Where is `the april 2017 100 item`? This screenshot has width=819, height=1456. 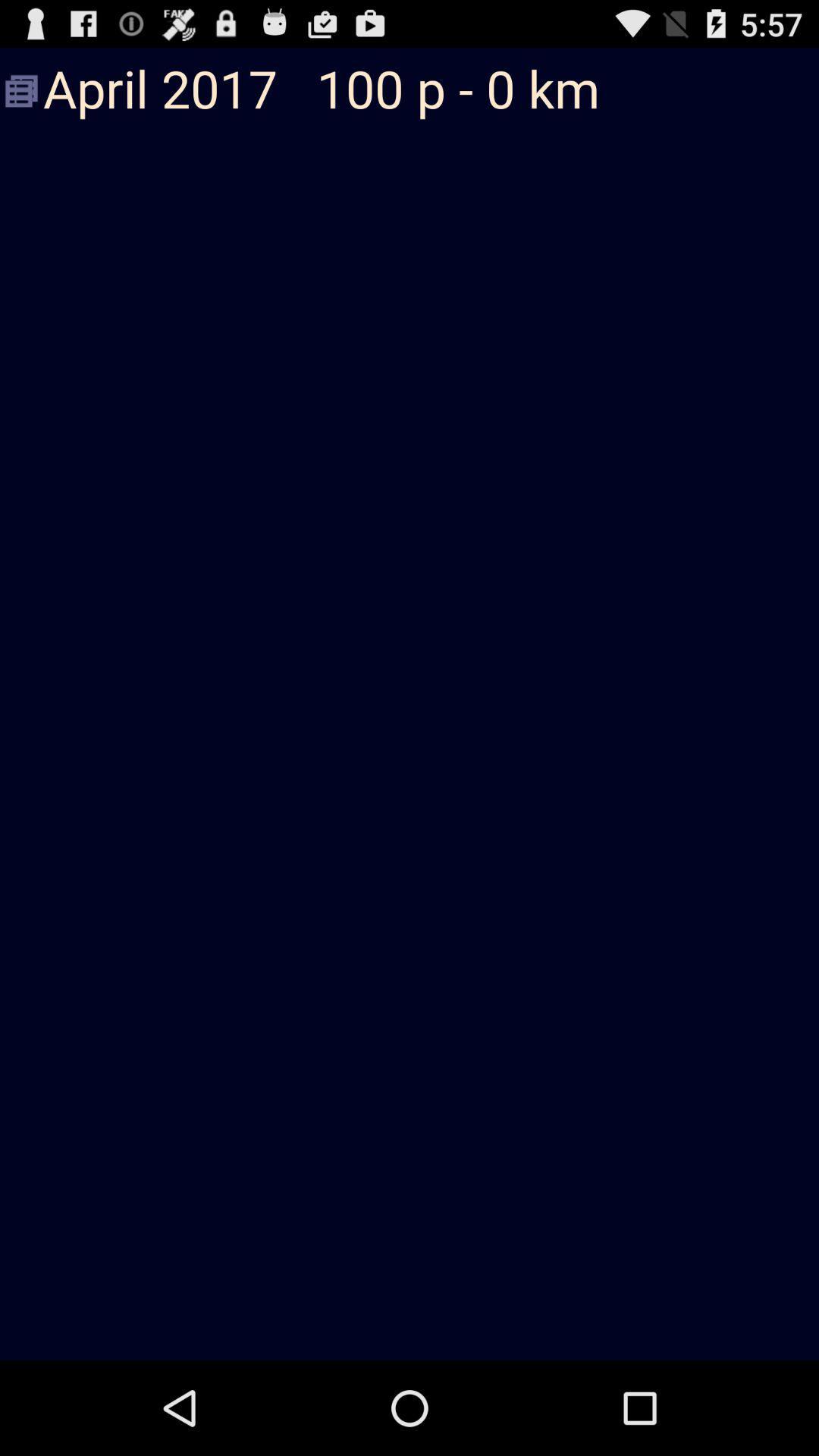
the april 2017 100 item is located at coordinates (409, 90).